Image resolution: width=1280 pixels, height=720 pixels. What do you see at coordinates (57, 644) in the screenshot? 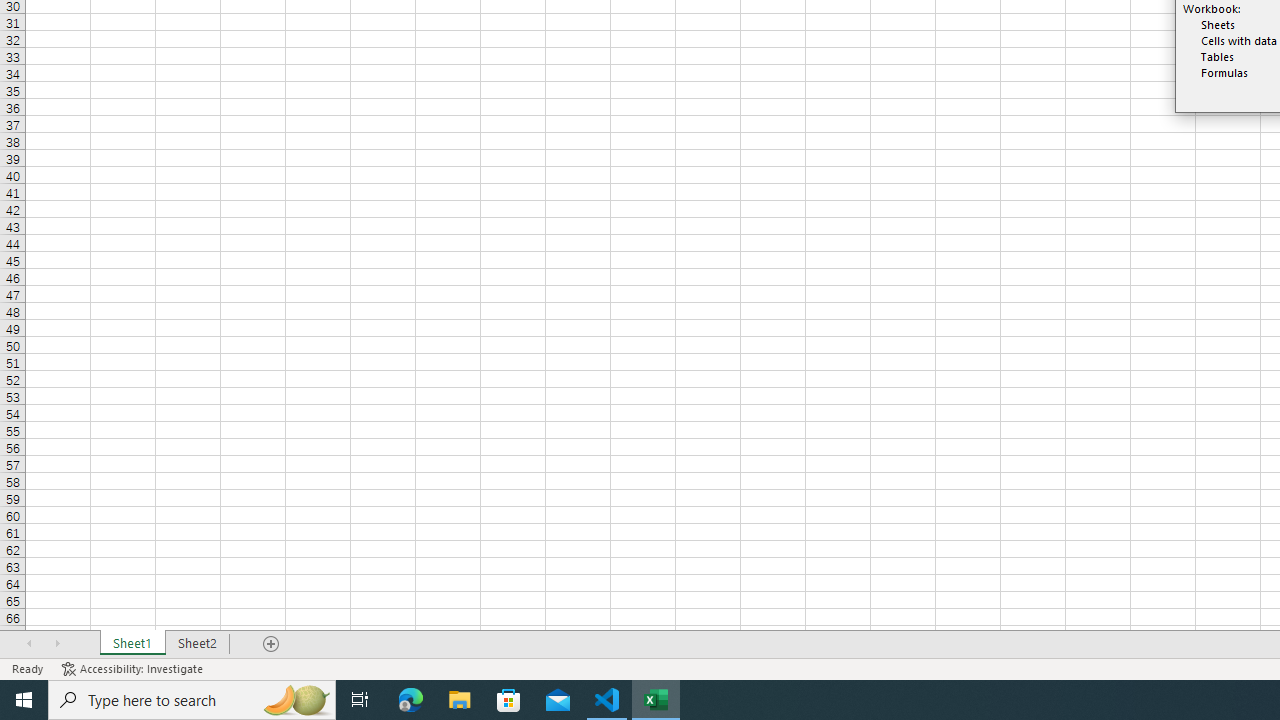
I see `'Scroll Right'` at bounding box center [57, 644].